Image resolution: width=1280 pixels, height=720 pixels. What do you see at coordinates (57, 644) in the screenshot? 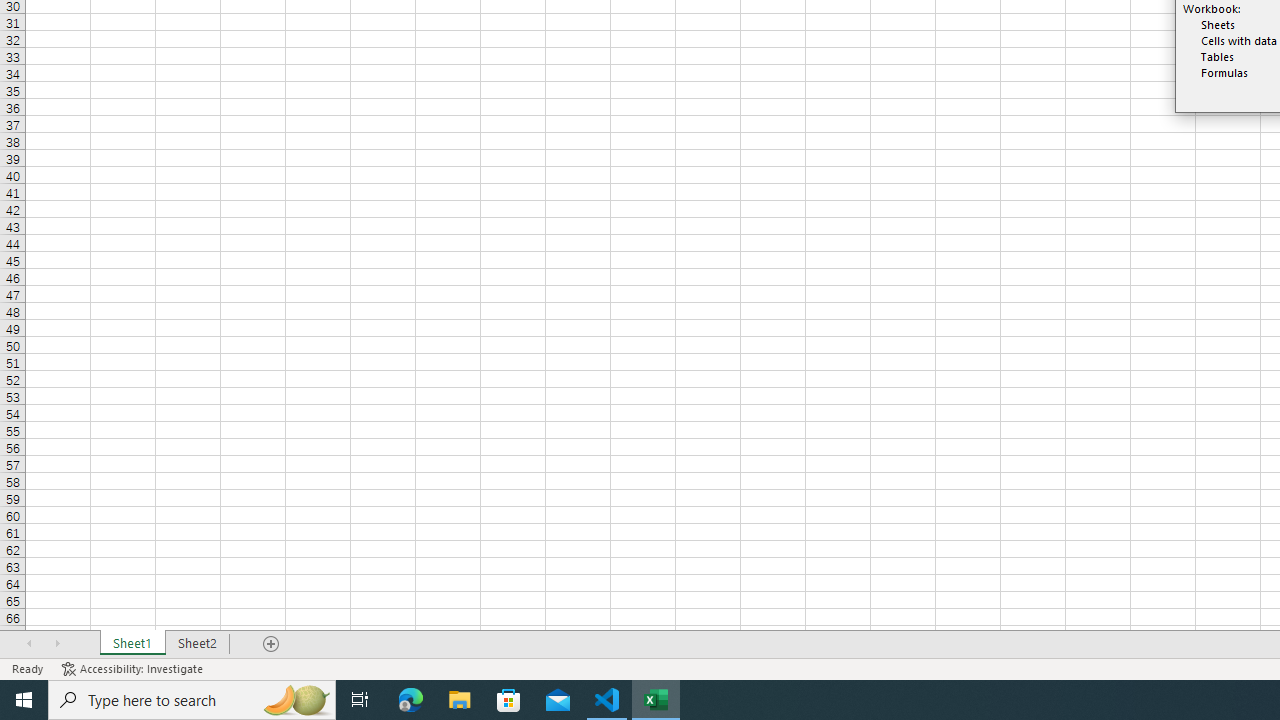
I see `'Scroll Right'` at bounding box center [57, 644].